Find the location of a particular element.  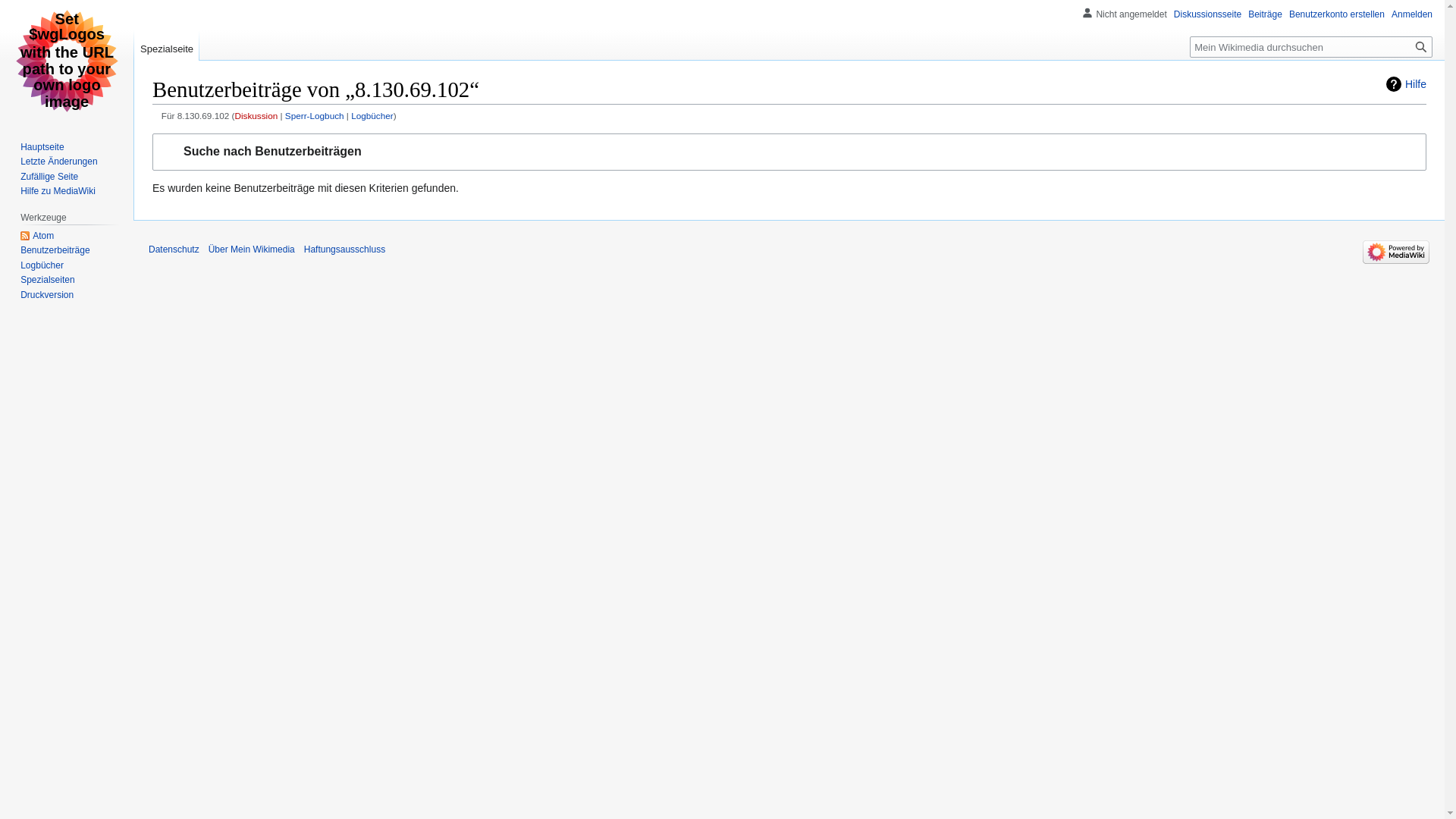

'Atom' is located at coordinates (36, 236).